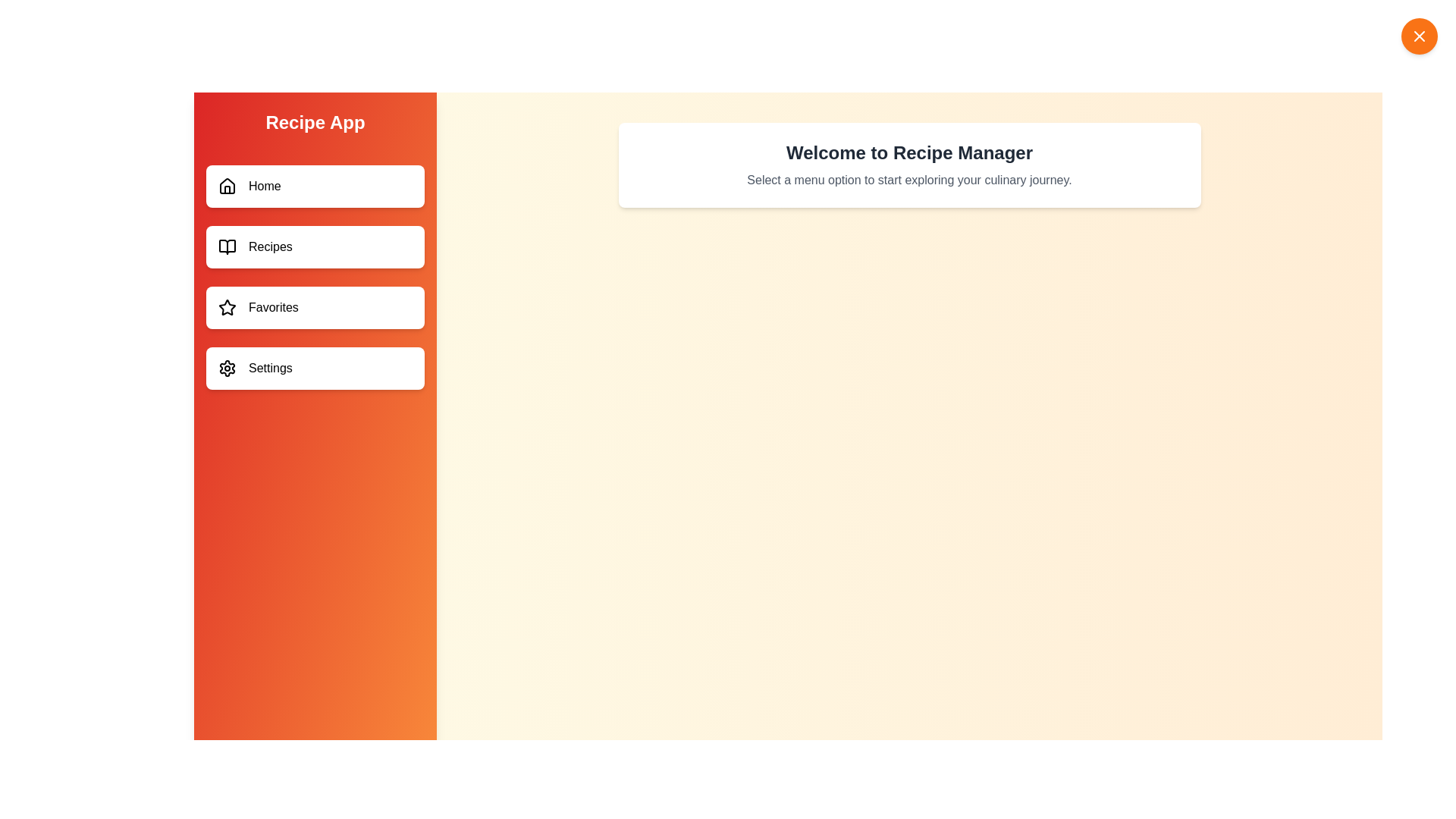  What do you see at coordinates (315, 246) in the screenshot?
I see `the menu item labeled Recipes` at bounding box center [315, 246].